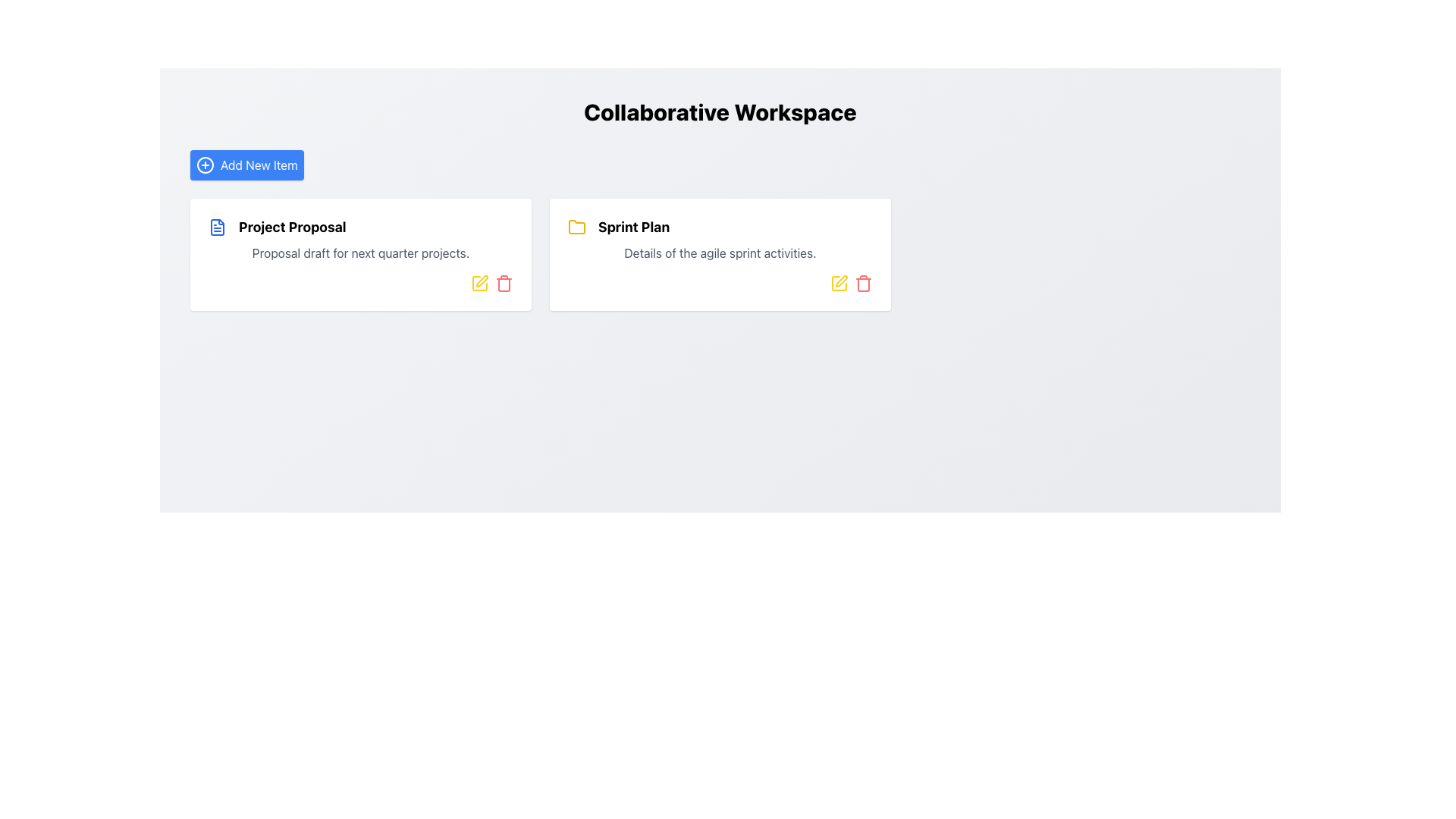  I want to click on the text block that reads 'Proposal draft for next quarter projects.' positioned below the title 'Project Proposal' within a white card, so click(359, 253).